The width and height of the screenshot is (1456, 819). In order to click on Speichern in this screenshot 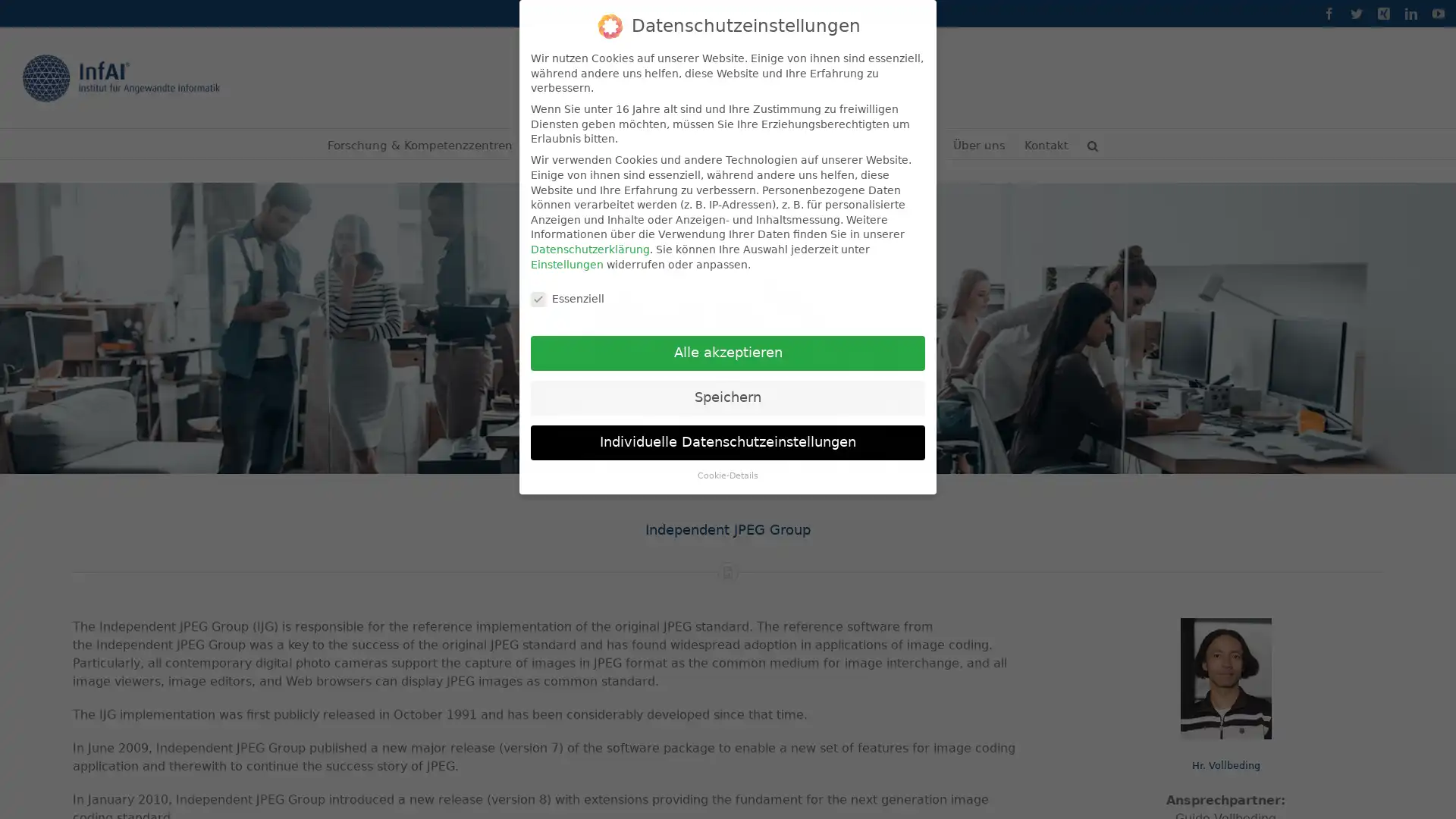, I will do `click(728, 397)`.